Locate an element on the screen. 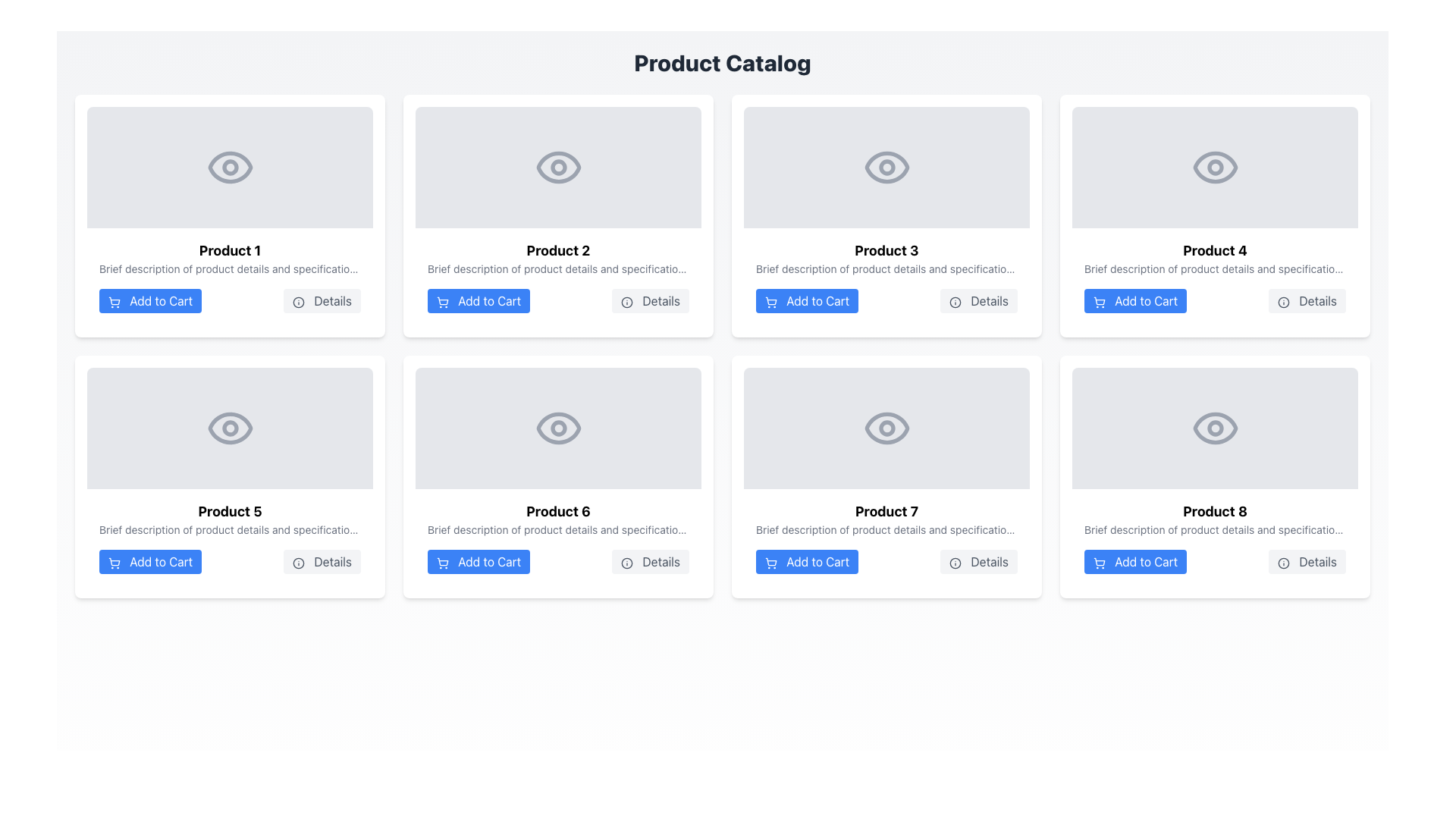 Image resolution: width=1456 pixels, height=819 pixels. the shopping cart icon representing the 'Add to Cart' action located on the blue button below the 'Product 3' card in the product catalog is located at coordinates (771, 300).